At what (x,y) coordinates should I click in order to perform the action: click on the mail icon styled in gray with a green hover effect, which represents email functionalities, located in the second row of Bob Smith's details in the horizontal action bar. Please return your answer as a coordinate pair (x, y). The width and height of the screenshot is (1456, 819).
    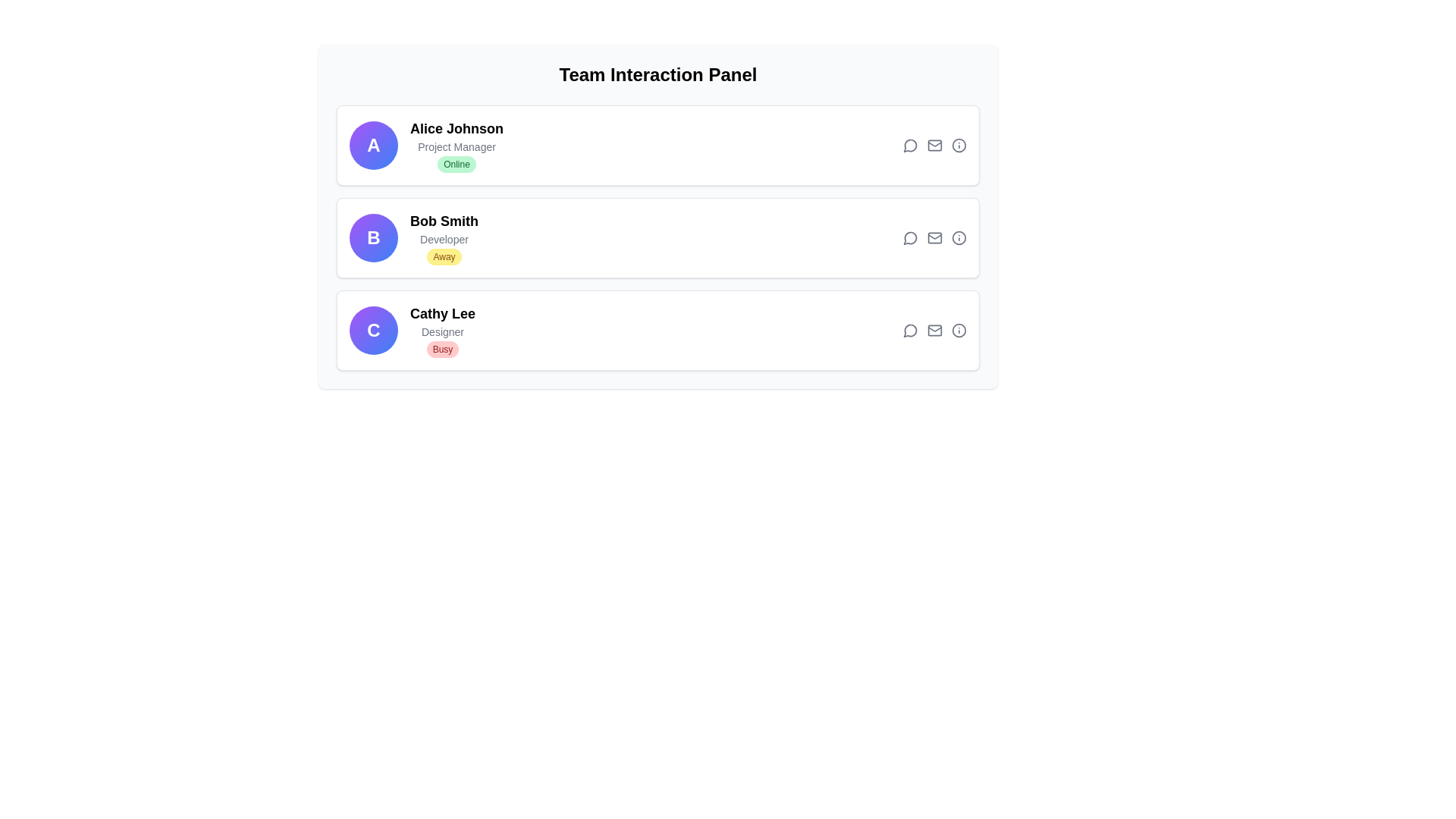
    Looking at the image, I should click on (934, 237).